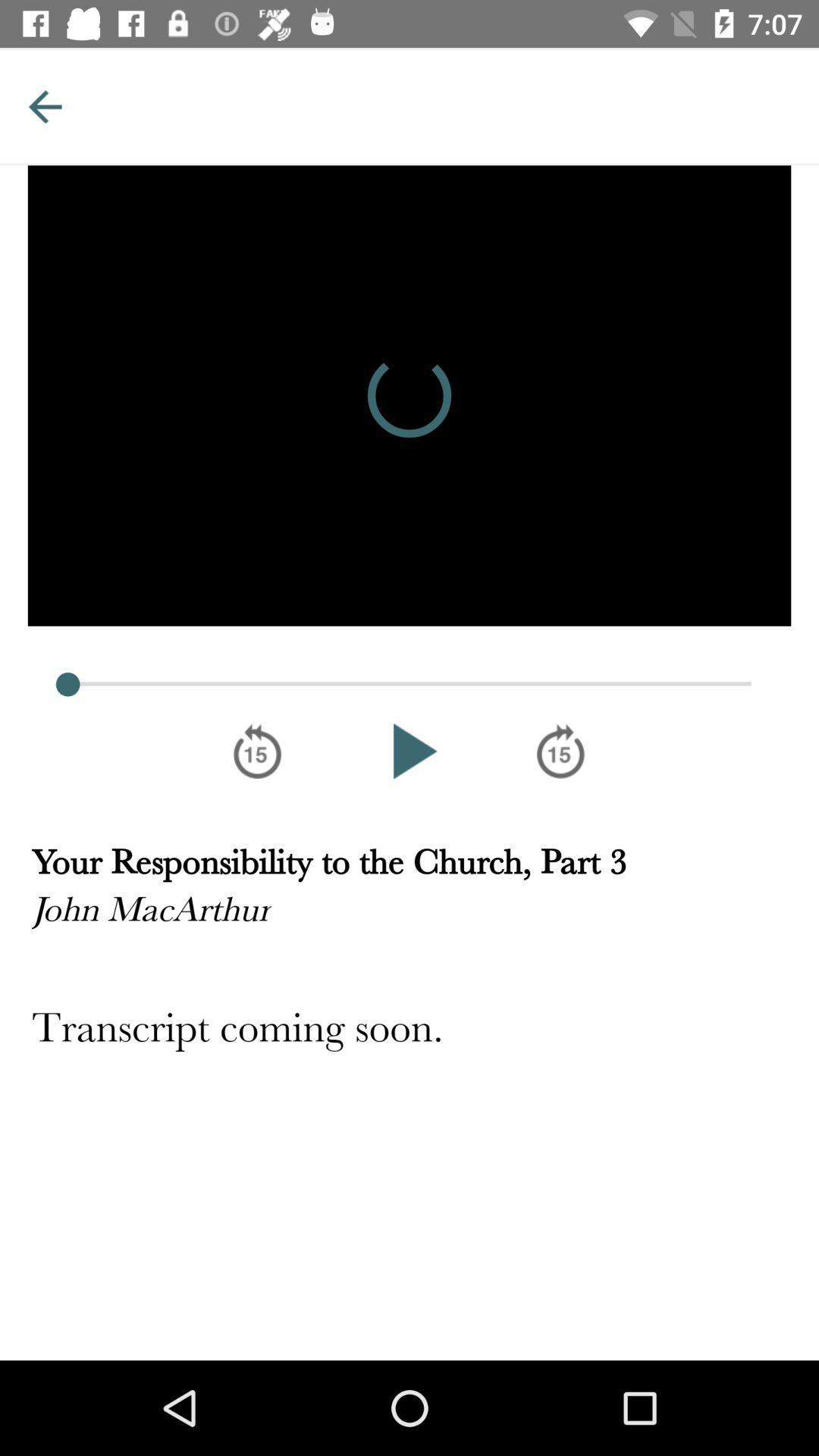 The image size is (819, 1456). What do you see at coordinates (409, 1030) in the screenshot?
I see `item below the john macarthur icon` at bounding box center [409, 1030].